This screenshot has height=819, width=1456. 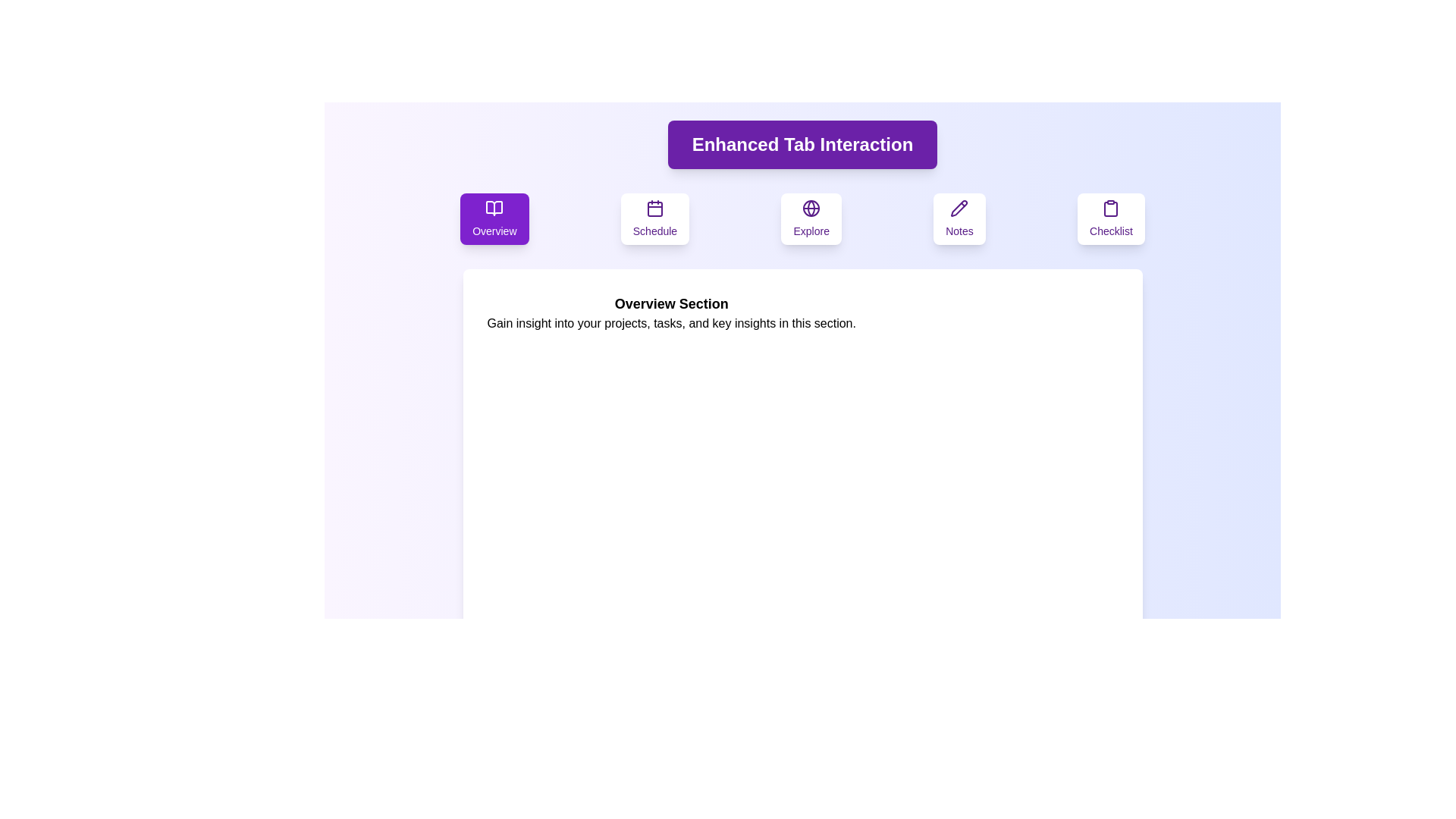 What do you see at coordinates (655, 219) in the screenshot?
I see `the interactive button with an icon and text` at bounding box center [655, 219].